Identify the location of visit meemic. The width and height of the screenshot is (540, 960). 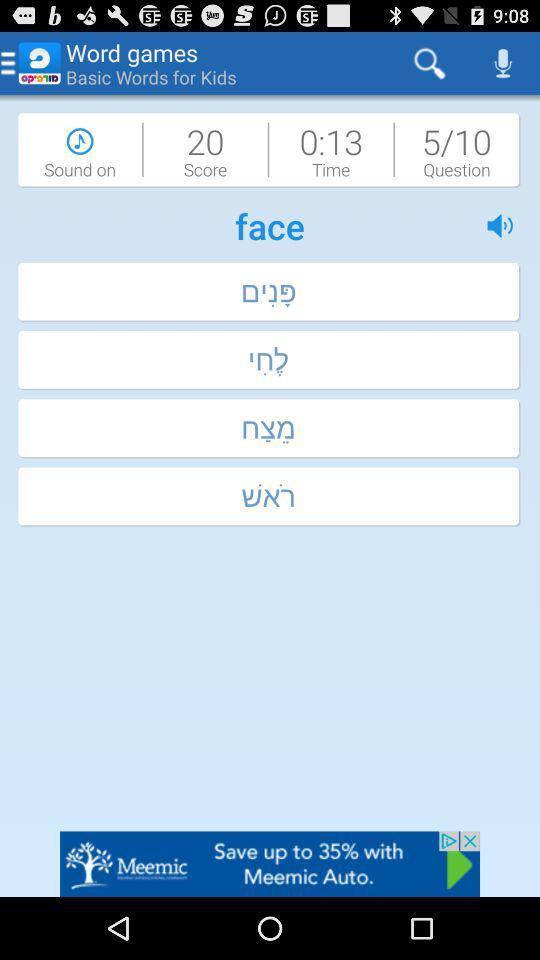
(270, 863).